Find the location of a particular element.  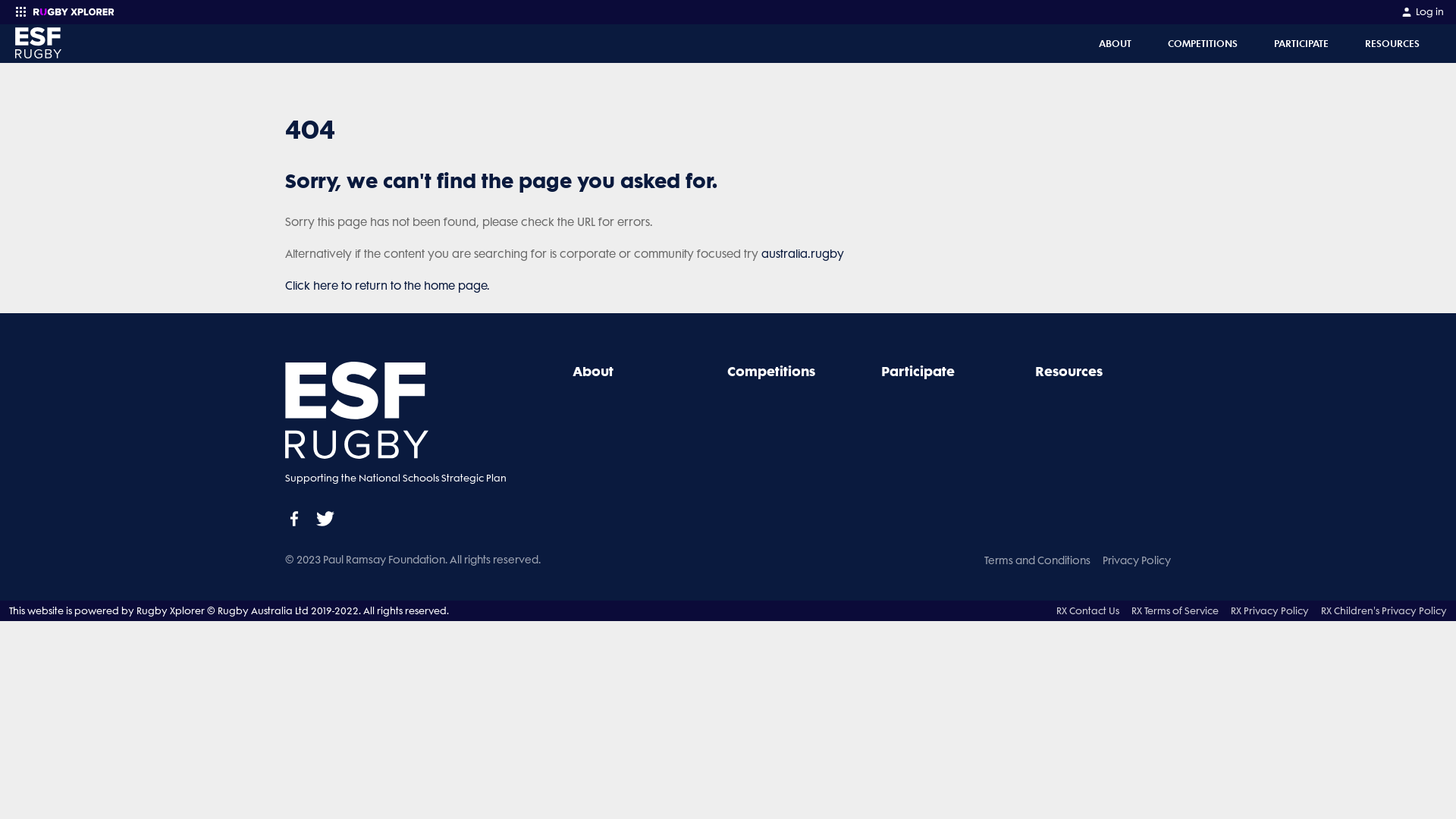

'Competitions' is located at coordinates (771, 371).